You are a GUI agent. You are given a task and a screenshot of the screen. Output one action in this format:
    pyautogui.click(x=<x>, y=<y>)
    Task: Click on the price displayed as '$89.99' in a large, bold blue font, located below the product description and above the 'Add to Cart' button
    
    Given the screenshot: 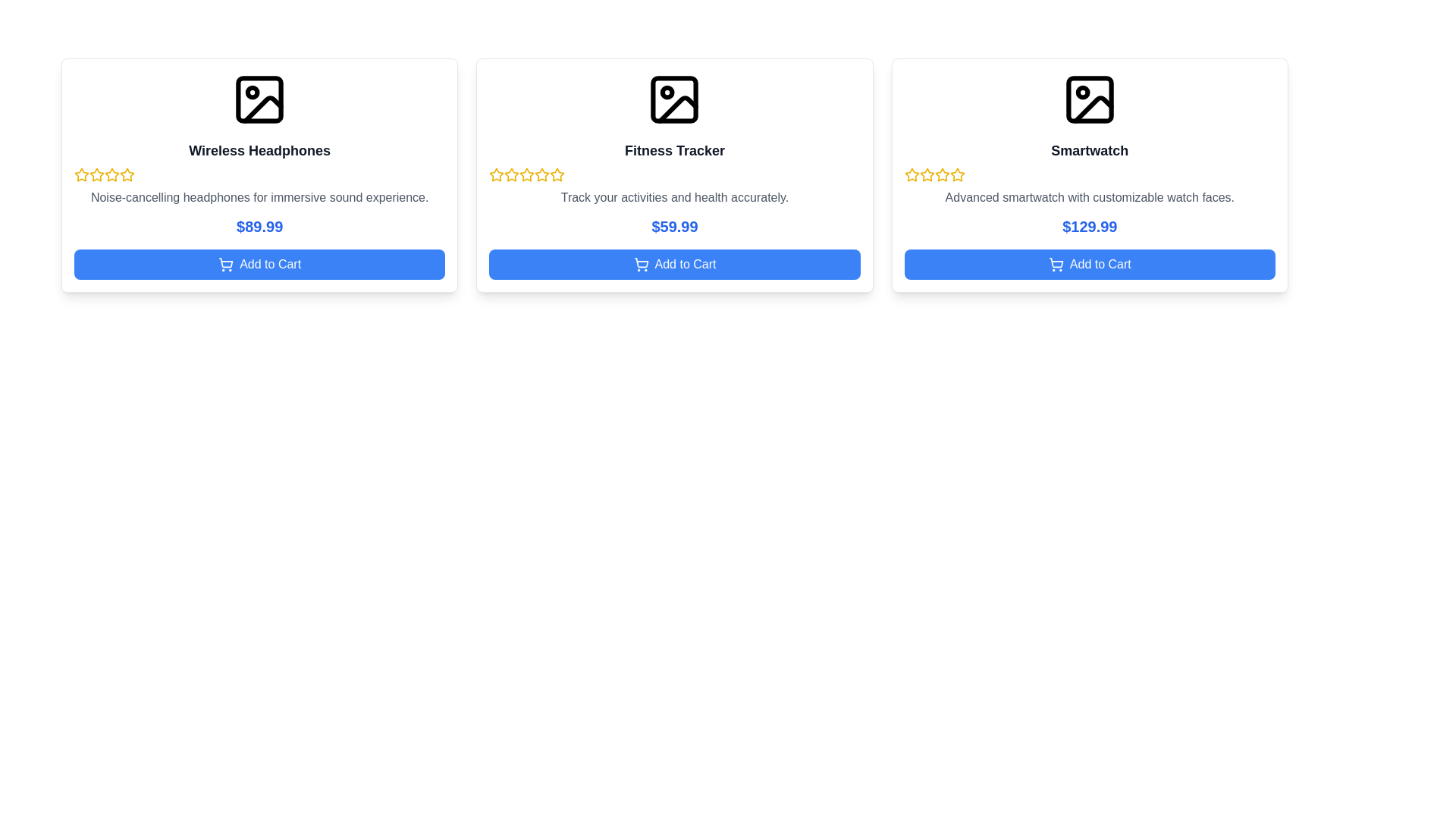 What is the action you would take?
    pyautogui.click(x=259, y=227)
    